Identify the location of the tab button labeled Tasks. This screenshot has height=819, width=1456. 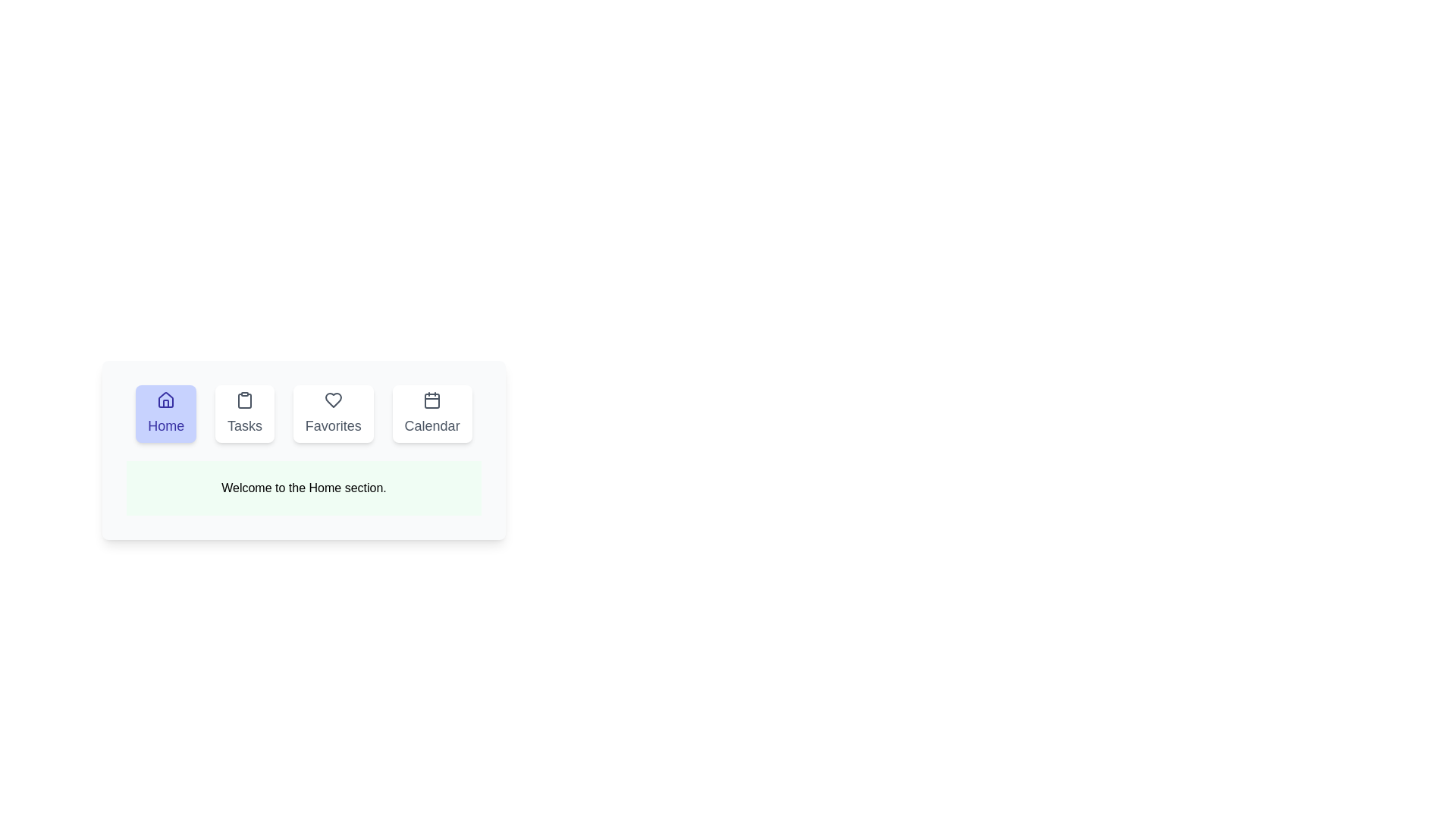
(244, 414).